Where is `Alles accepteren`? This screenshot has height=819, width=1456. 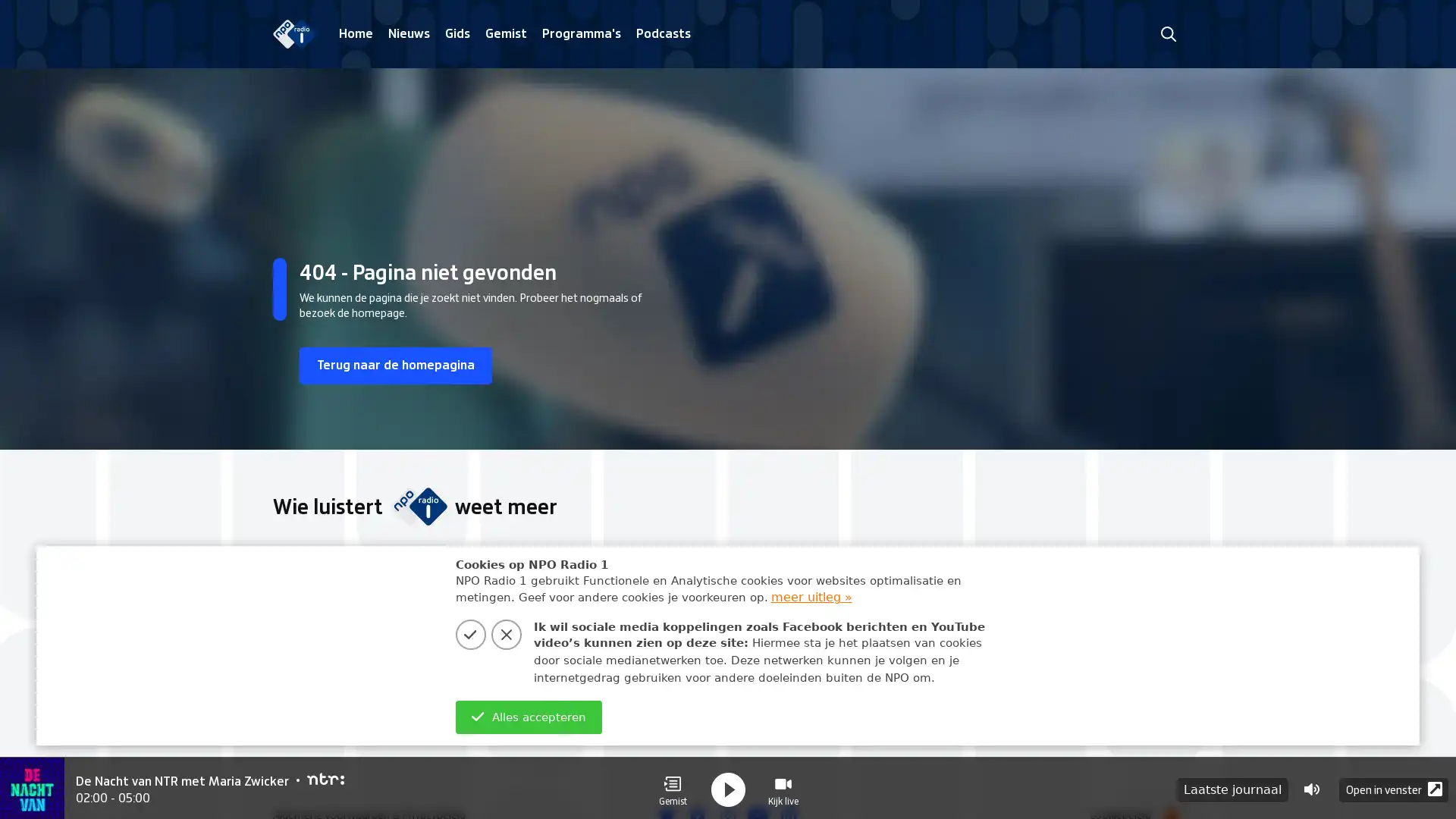
Alles accepteren is located at coordinates (528, 717).